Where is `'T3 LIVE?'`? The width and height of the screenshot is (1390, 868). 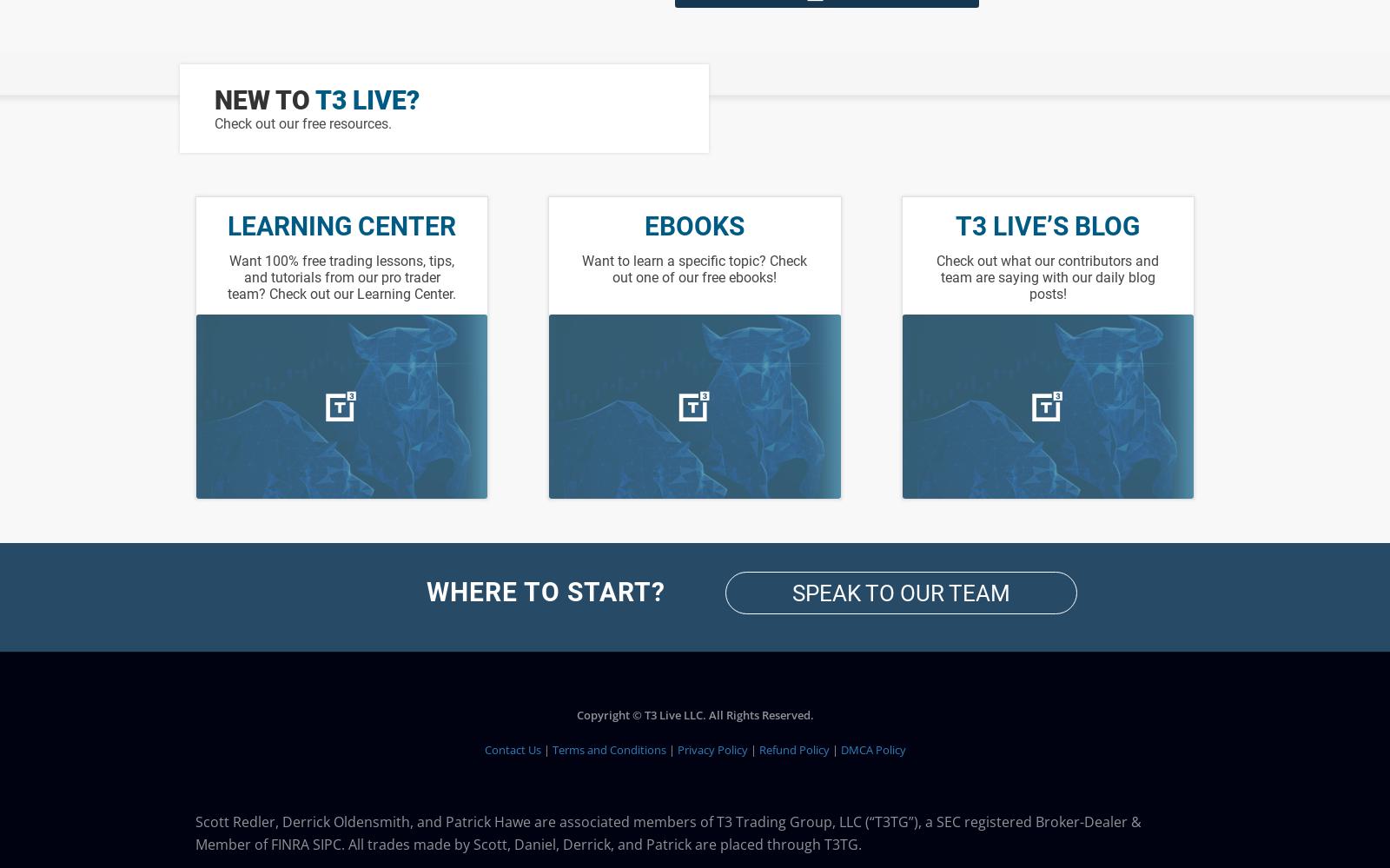 'T3 LIVE?' is located at coordinates (315, 99).